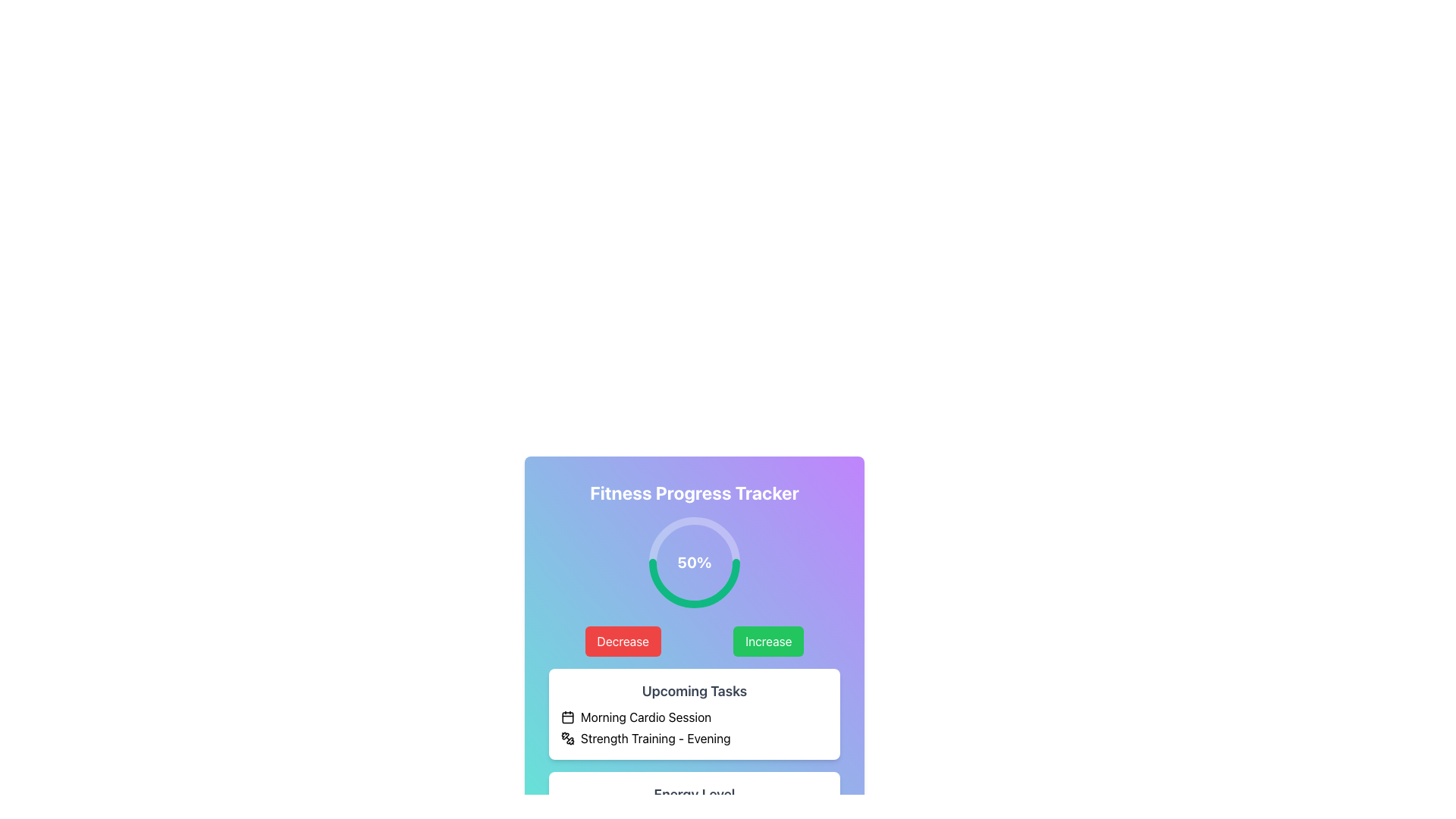 This screenshot has width=1456, height=819. What do you see at coordinates (694, 641) in the screenshot?
I see `the 'Decrease' (red) or 'Increase' (green) button in the 'Fitness Progress Tracker' section to trigger a hover effect` at bounding box center [694, 641].